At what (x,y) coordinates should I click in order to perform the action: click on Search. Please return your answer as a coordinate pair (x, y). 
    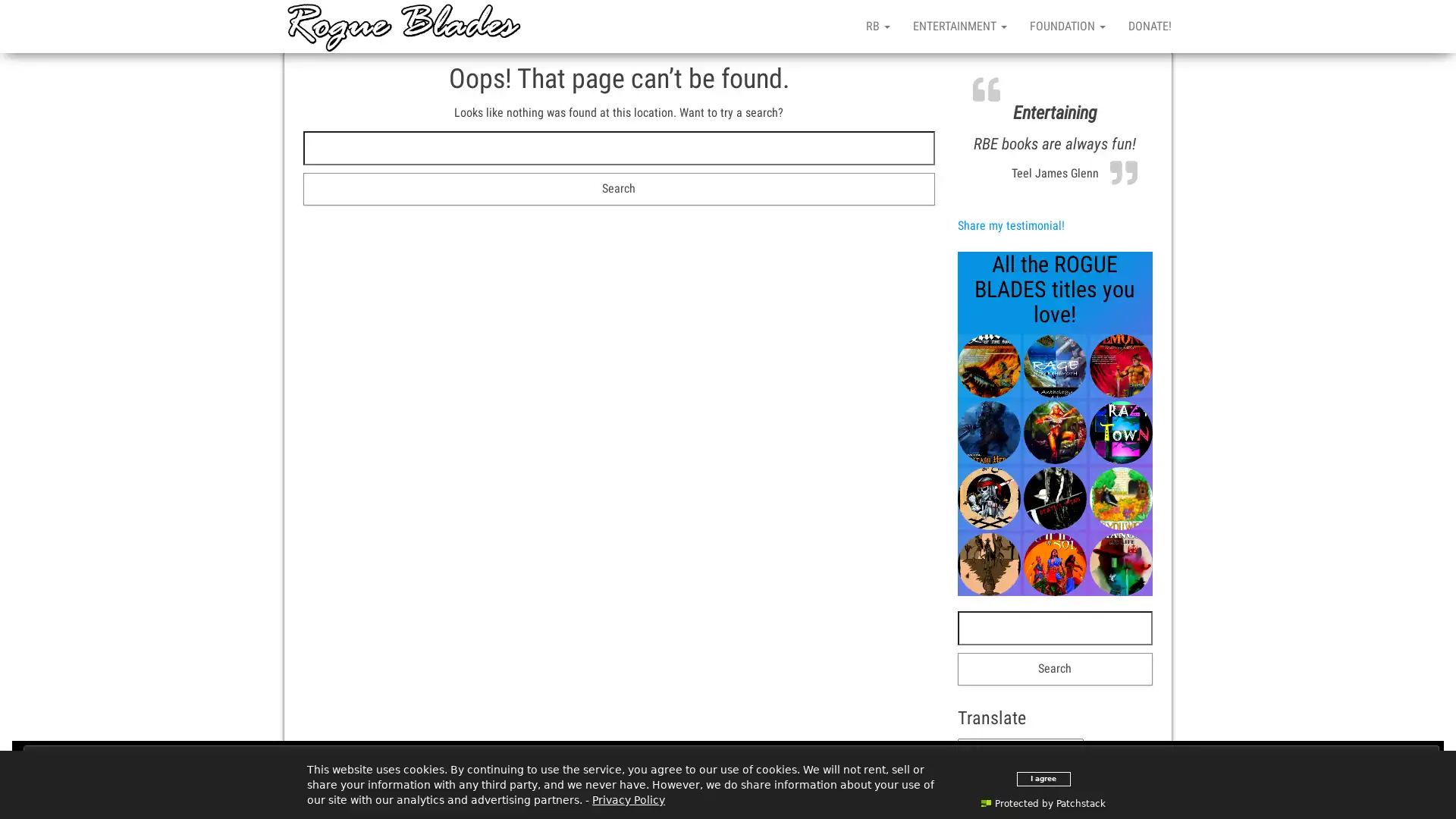
    Looking at the image, I should click on (619, 188).